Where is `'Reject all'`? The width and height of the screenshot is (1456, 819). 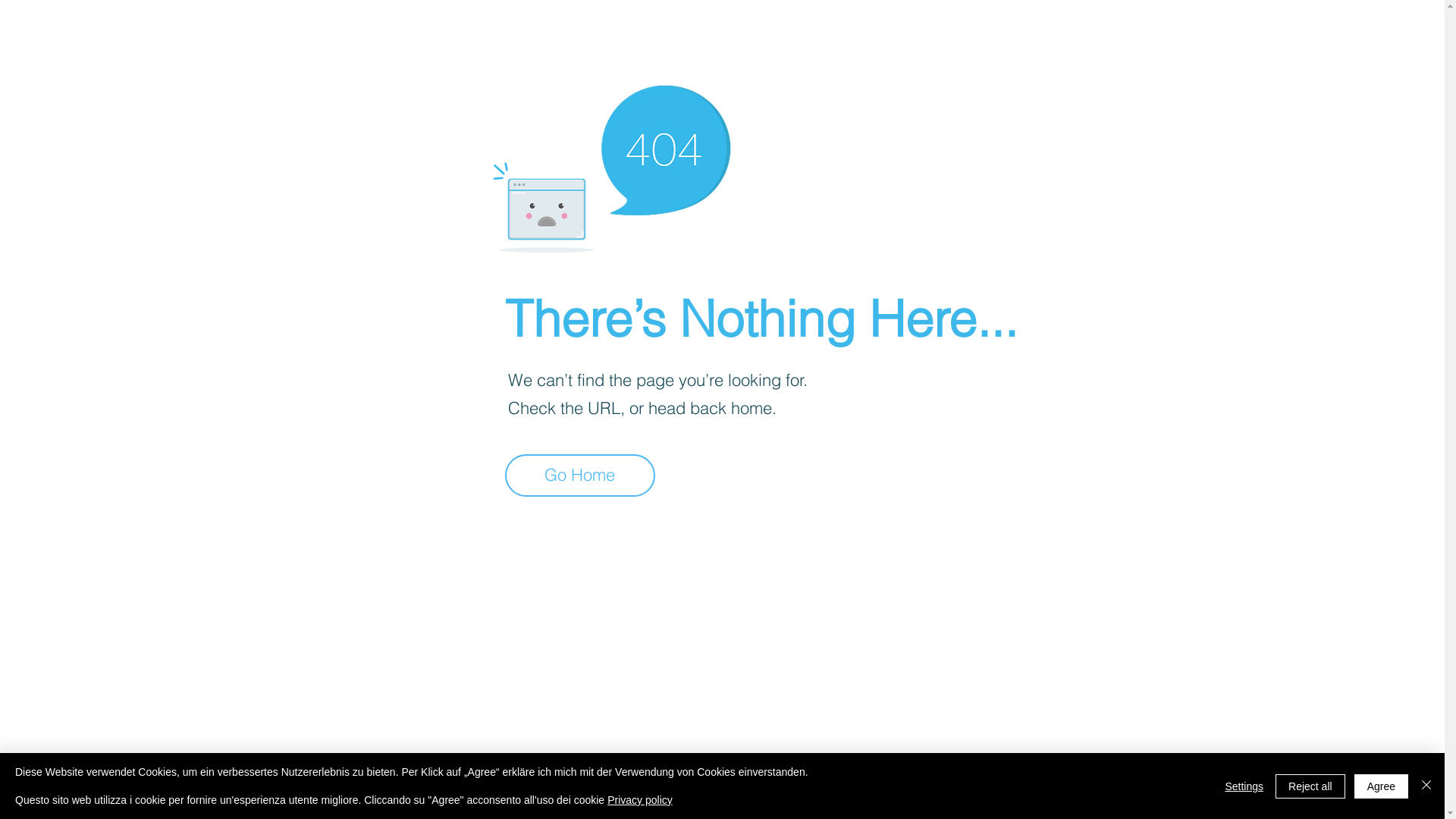
'Reject all' is located at coordinates (1310, 786).